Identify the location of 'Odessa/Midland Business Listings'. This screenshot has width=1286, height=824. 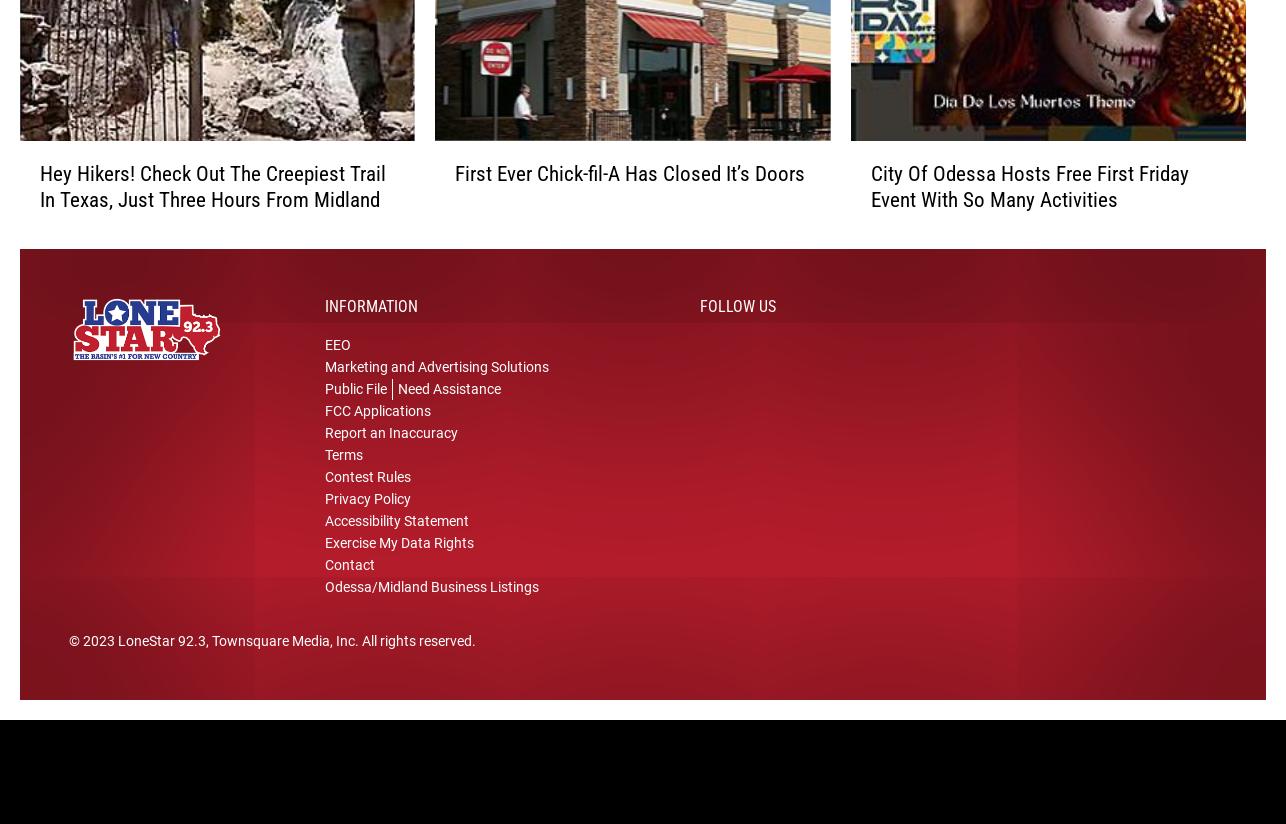
(430, 603).